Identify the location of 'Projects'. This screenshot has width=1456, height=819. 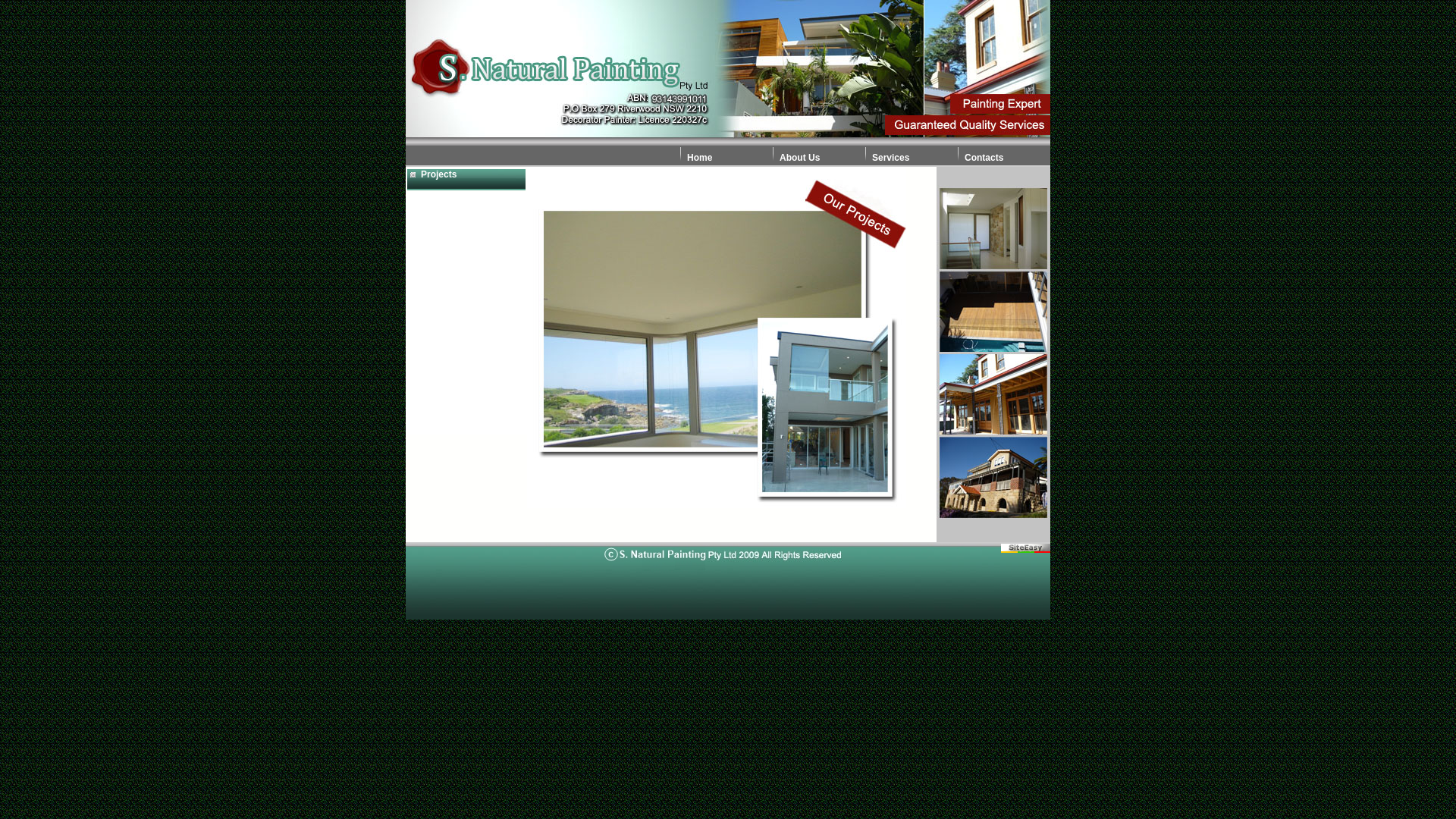
(465, 178).